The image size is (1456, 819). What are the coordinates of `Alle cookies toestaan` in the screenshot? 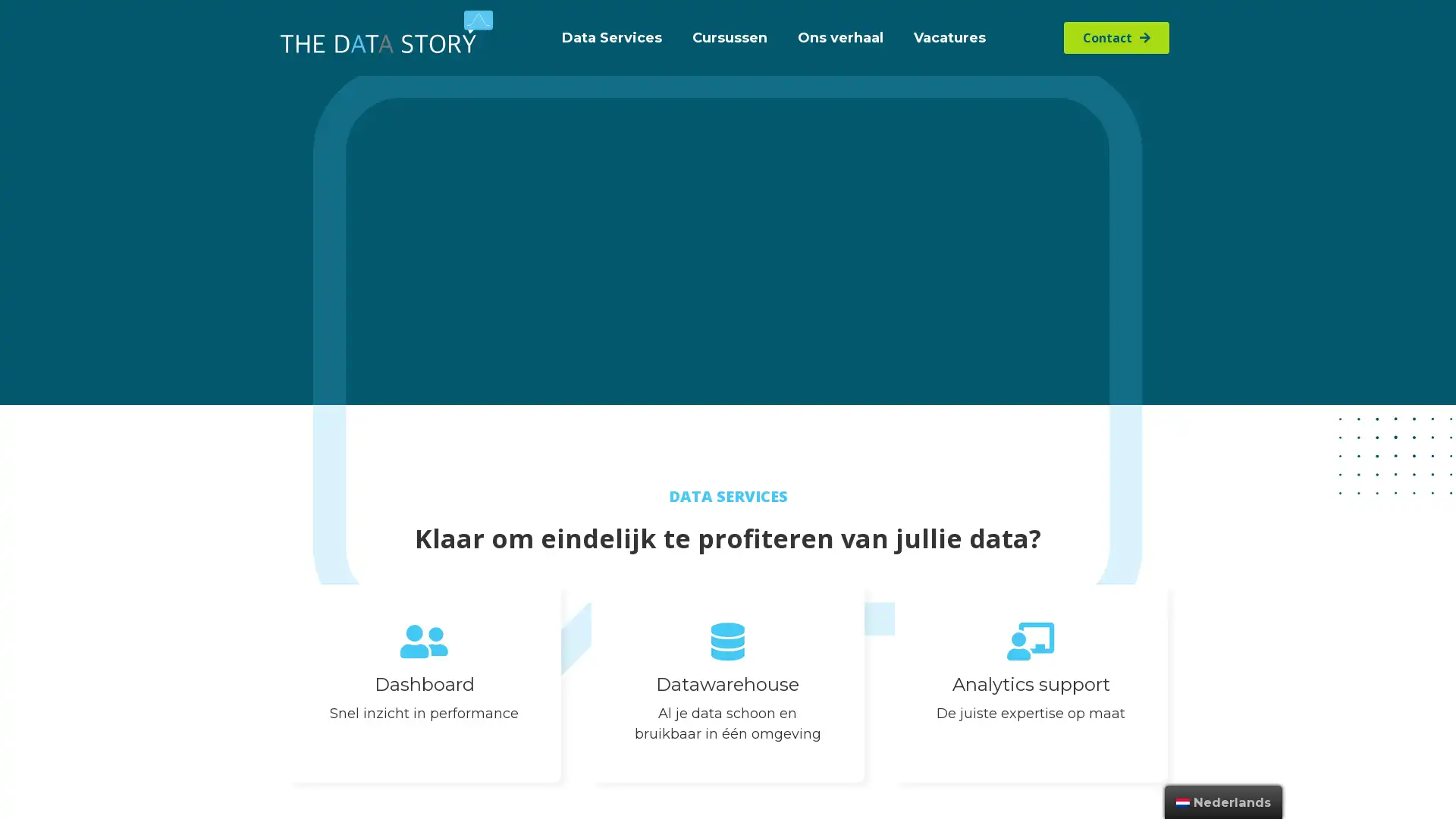 It's located at (299, 776).